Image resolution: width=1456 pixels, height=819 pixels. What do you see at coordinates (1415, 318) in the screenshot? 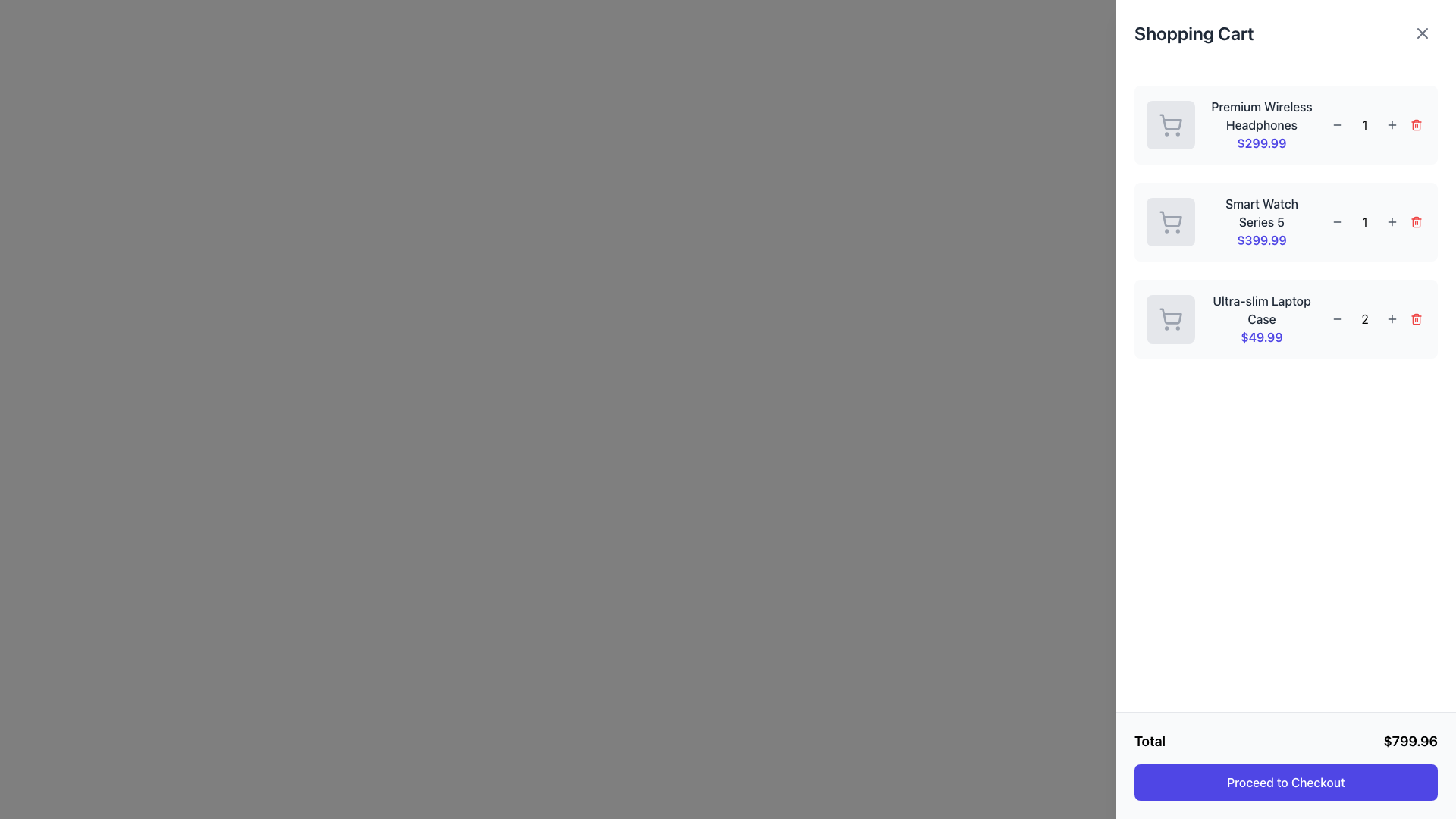
I see `the trash icon button located to the far-right of the last item entry in the shopping cart` at bounding box center [1415, 318].